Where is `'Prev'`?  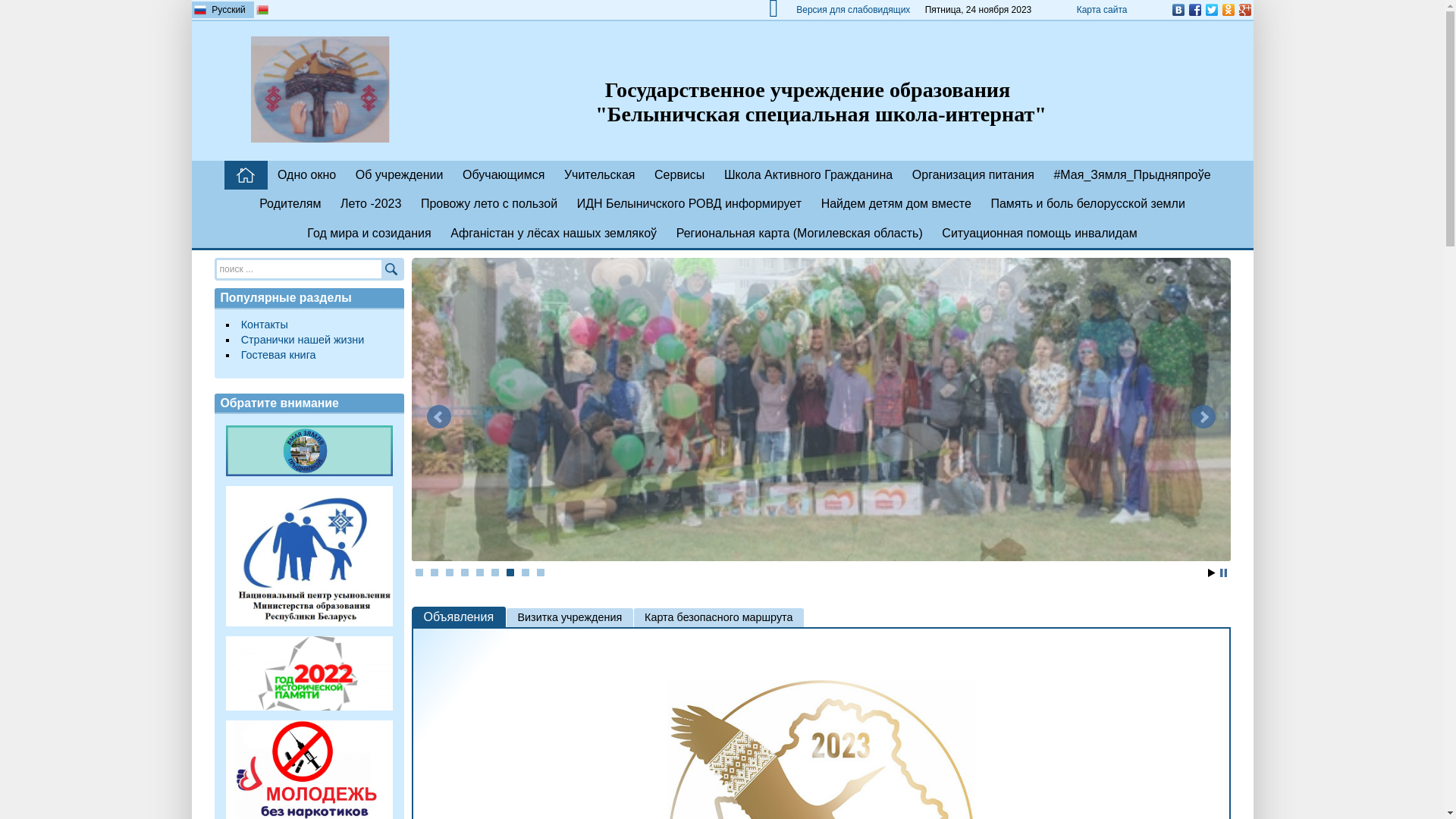 'Prev' is located at coordinates (425, 417).